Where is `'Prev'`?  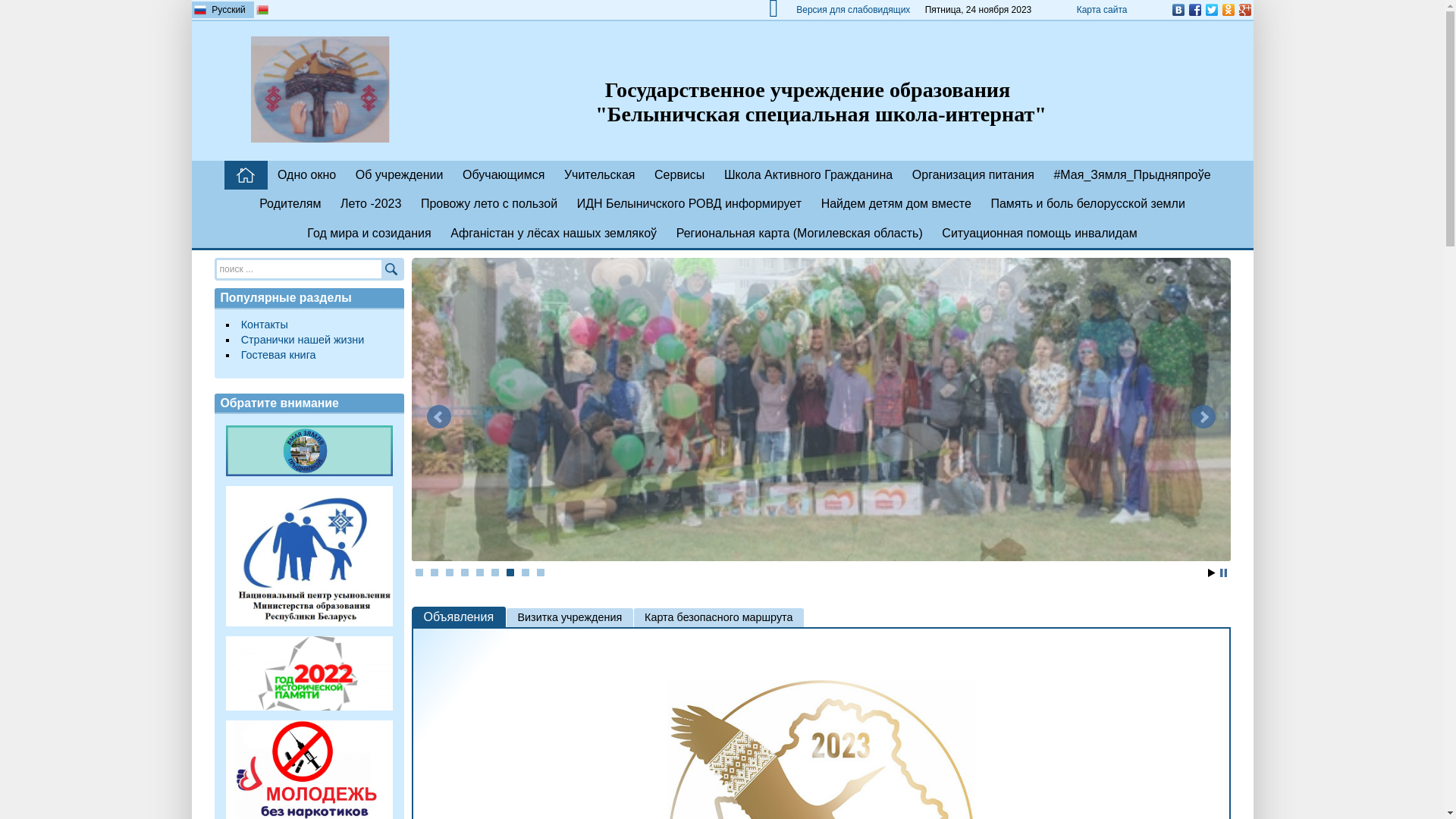 'Prev' is located at coordinates (425, 417).